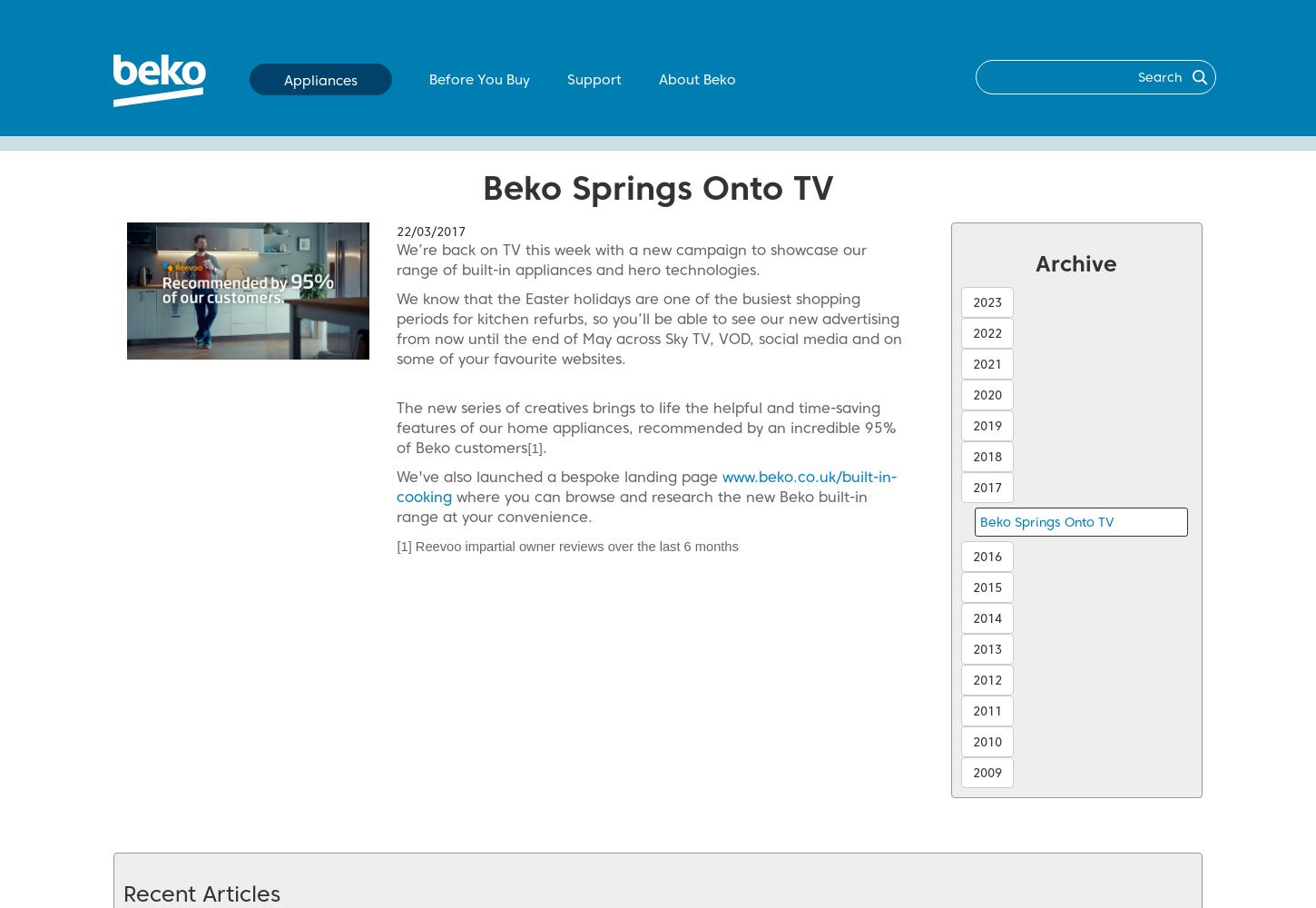 The width and height of the screenshot is (1316, 908). What do you see at coordinates (987, 741) in the screenshot?
I see `'2010'` at bounding box center [987, 741].